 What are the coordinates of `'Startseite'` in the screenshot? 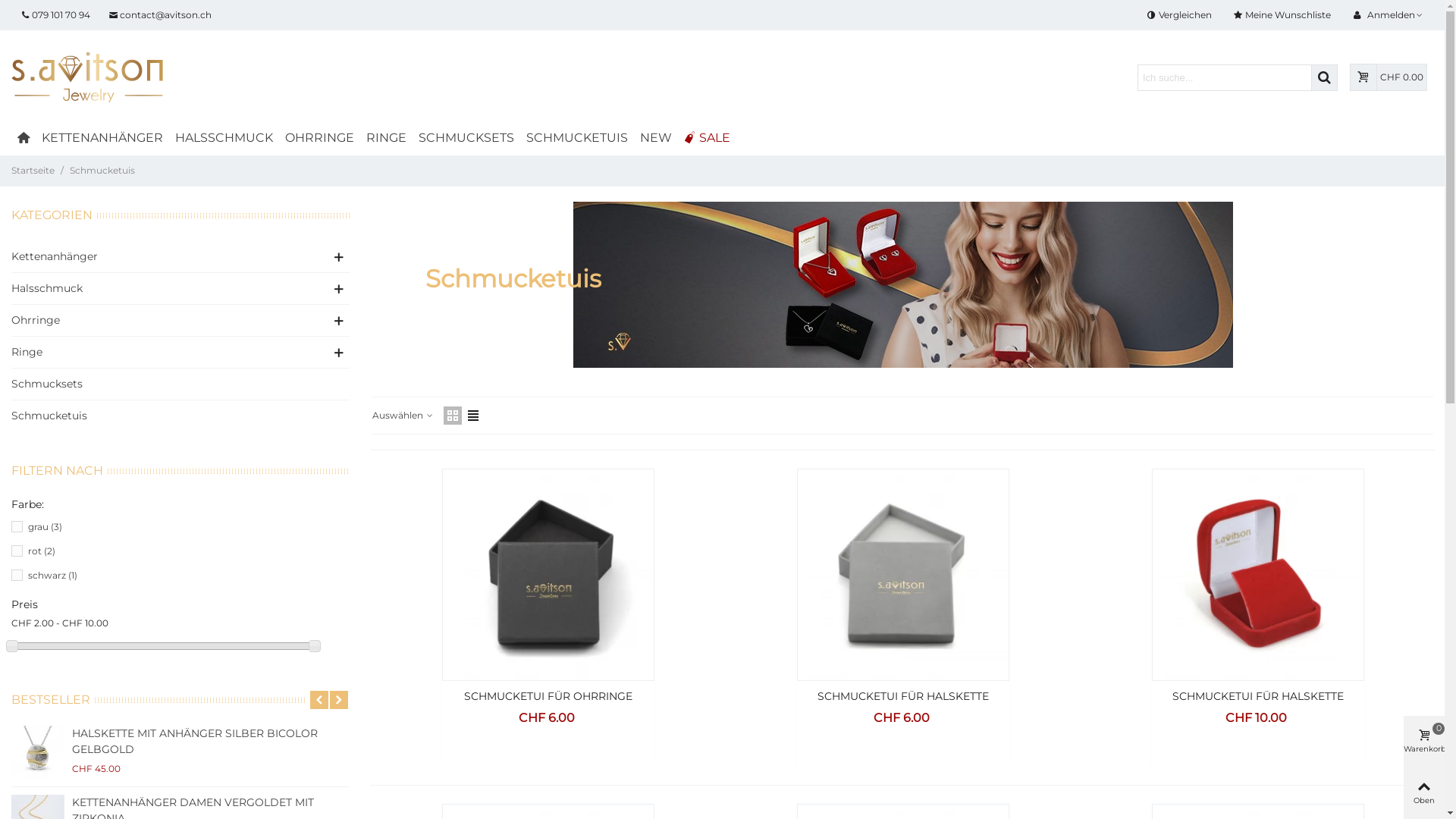 It's located at (11, 170).